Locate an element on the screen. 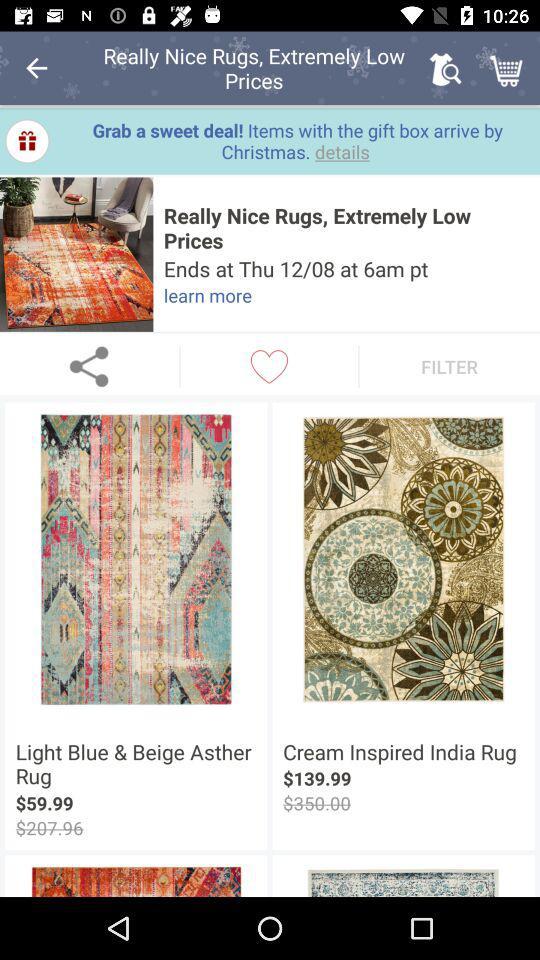 This screenshot has height=960, width=540. icon next to really nice rugs icon is located at coordinates (75, 253).